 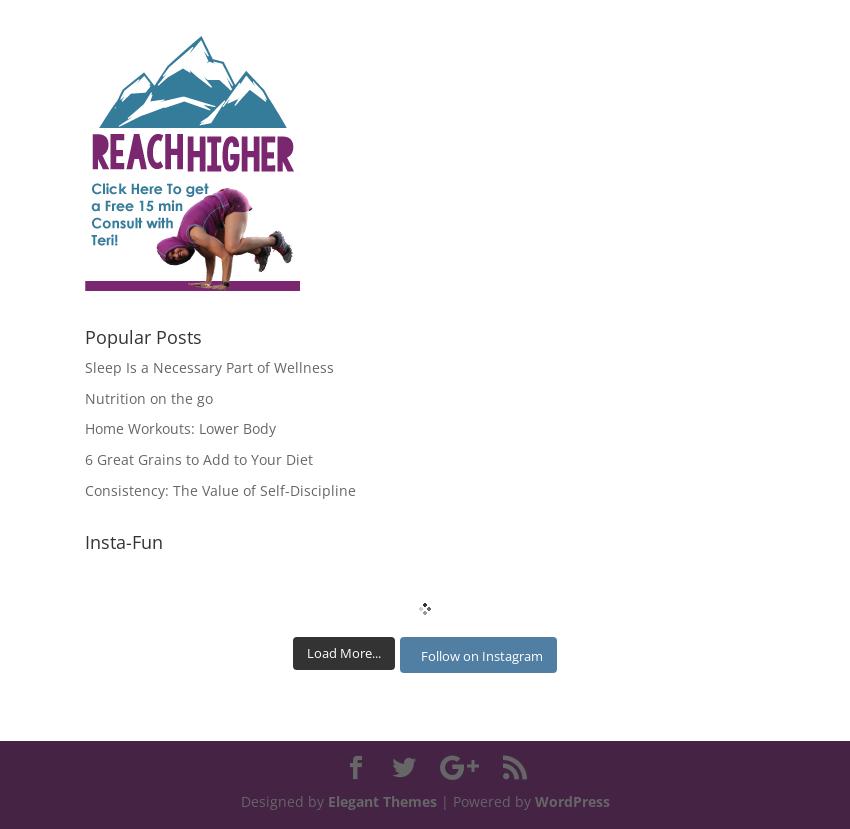 What do you see at coordinates (282, 800) in the screenshot?
I see `'Designed by'` at bounding box center [282, 800].